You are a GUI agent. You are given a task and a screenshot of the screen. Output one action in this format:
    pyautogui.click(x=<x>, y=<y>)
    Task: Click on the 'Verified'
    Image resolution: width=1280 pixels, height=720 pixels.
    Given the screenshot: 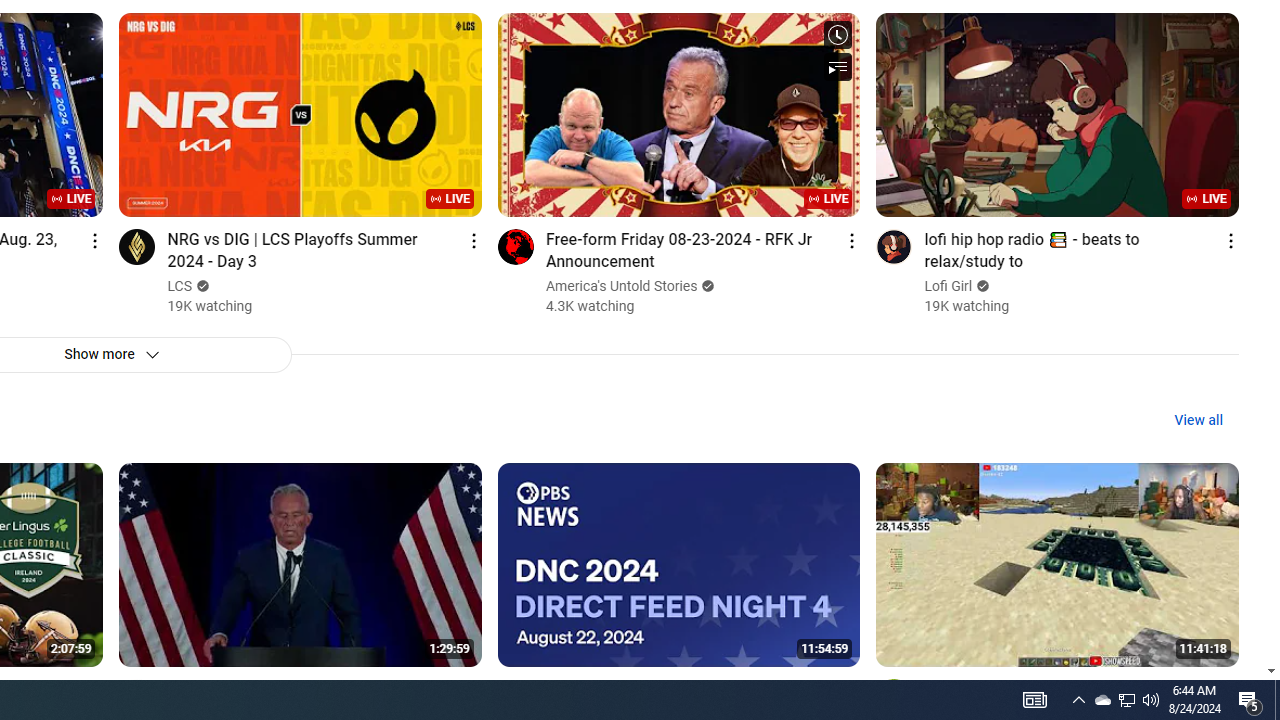 What is the action you would take?
    pyautogui.click(x=981, y=286)
    